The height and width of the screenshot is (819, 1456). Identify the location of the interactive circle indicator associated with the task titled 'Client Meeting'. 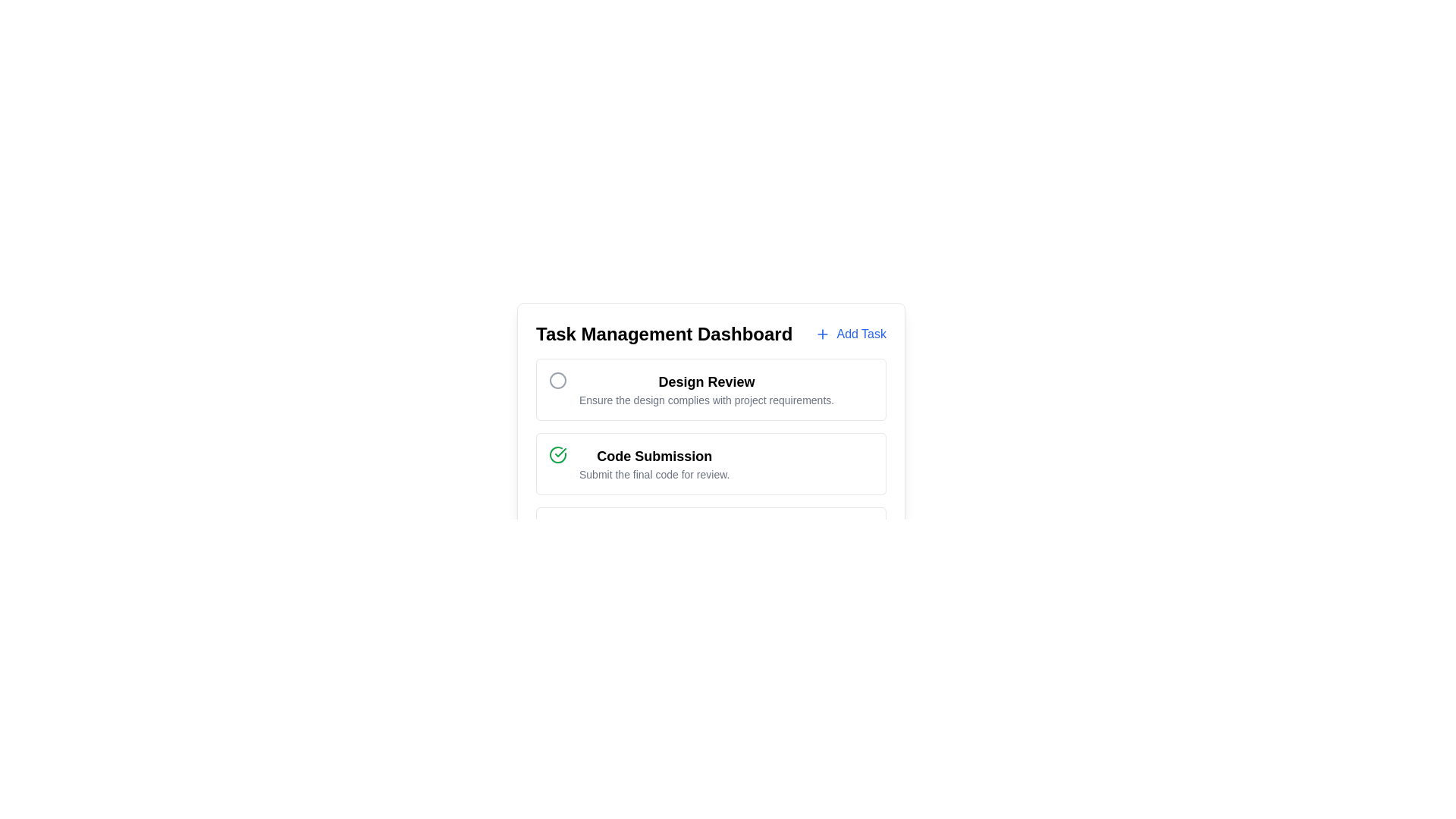
(557, 529).